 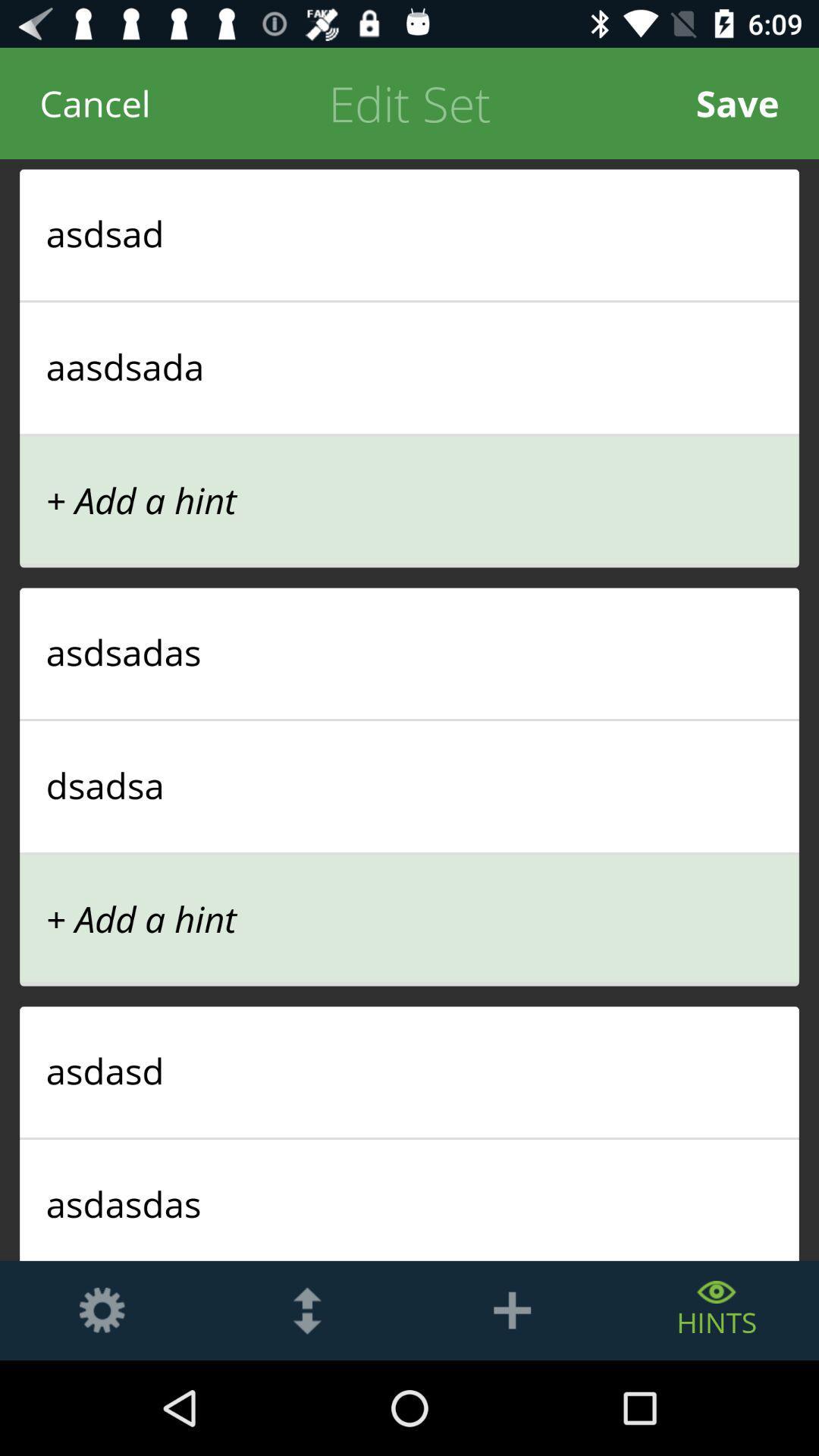 I want to click on item next to the edit set icon, so click(x=736, y=102).